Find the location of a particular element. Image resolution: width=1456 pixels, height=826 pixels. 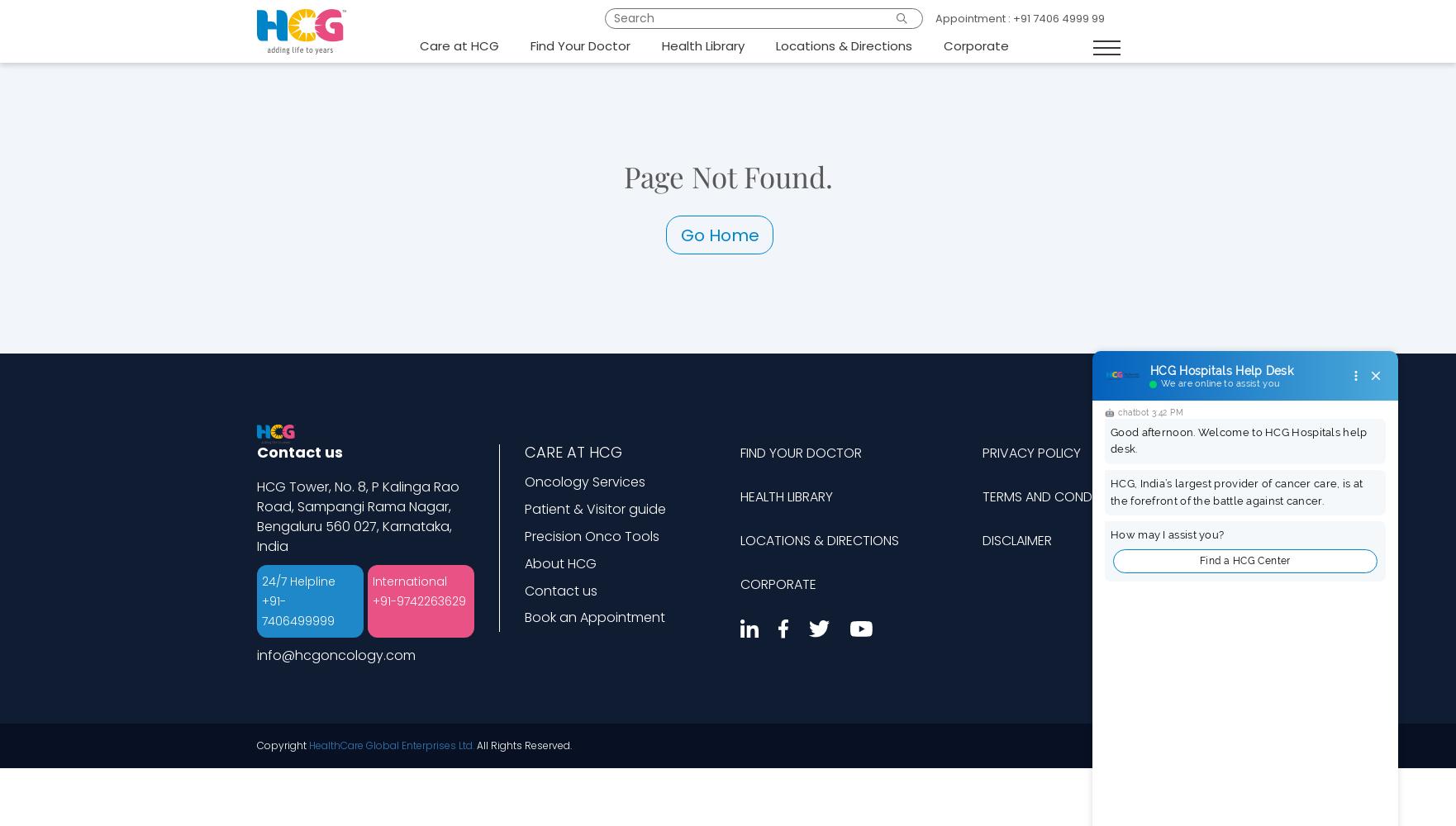

'International' is located at coordinates (407, 581).